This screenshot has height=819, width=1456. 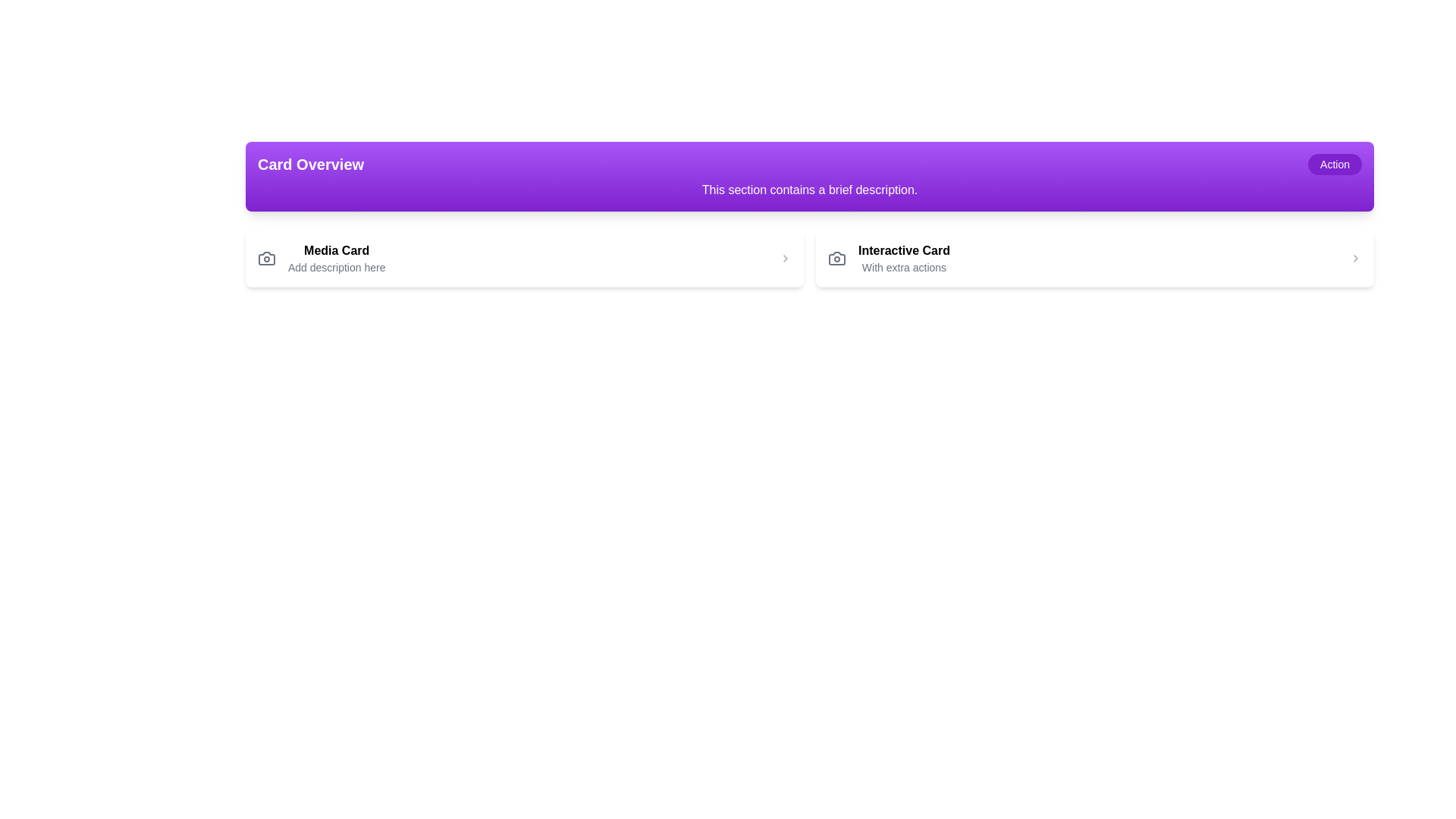 What do you see at coordinates (1335, 164) in the screenshot?
I see `the call-to-action button located in the top-right corner of the purple banner labeled 'Card Overview'` at bounding box center [1335, 164].